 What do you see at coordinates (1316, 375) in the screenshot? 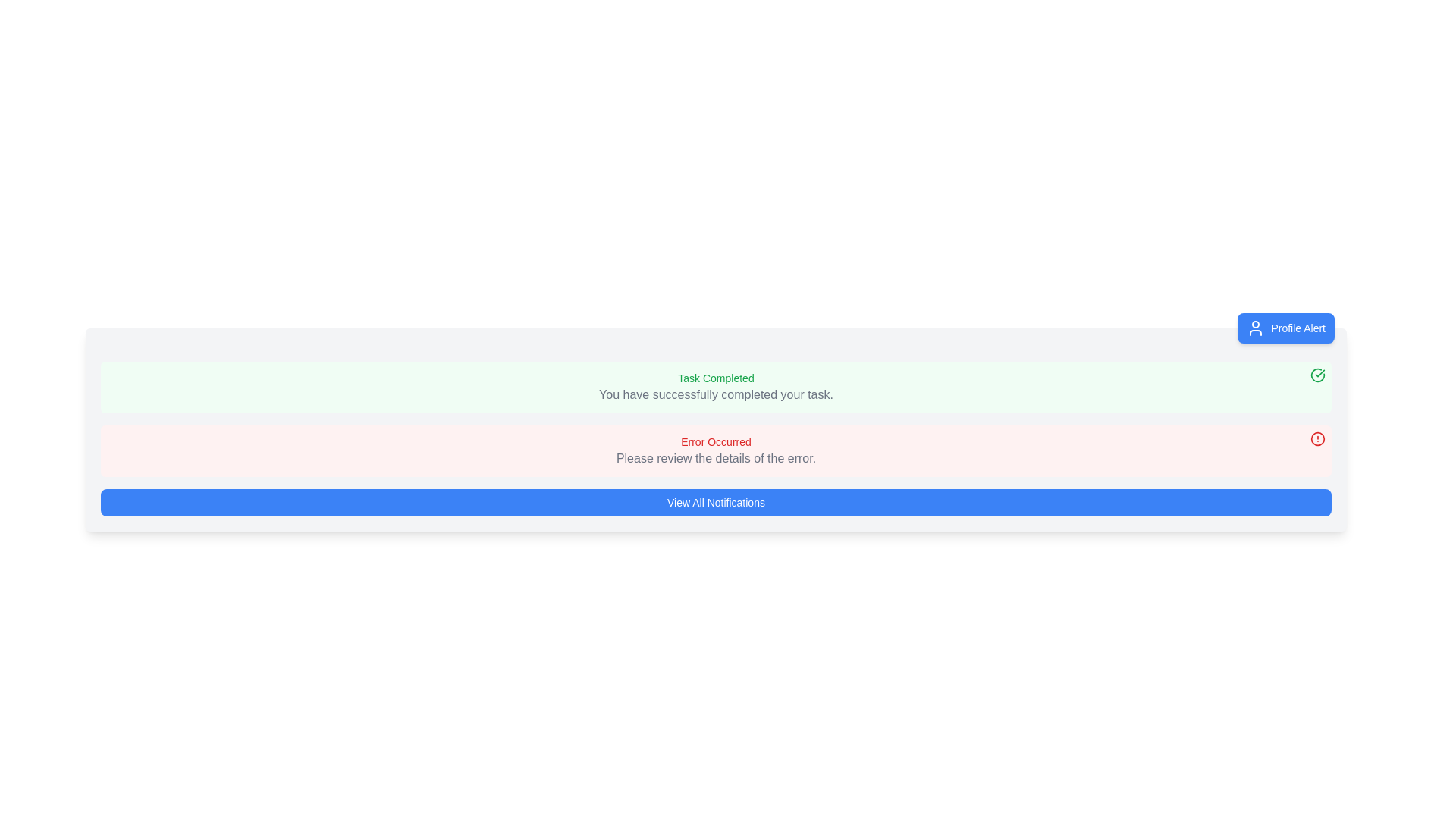
I see `the success indicator icon located at the top-right corner of the 'Task Completed' notification card, which reassures the user of the successful completion of their task` at bounding box center [1316, 375].